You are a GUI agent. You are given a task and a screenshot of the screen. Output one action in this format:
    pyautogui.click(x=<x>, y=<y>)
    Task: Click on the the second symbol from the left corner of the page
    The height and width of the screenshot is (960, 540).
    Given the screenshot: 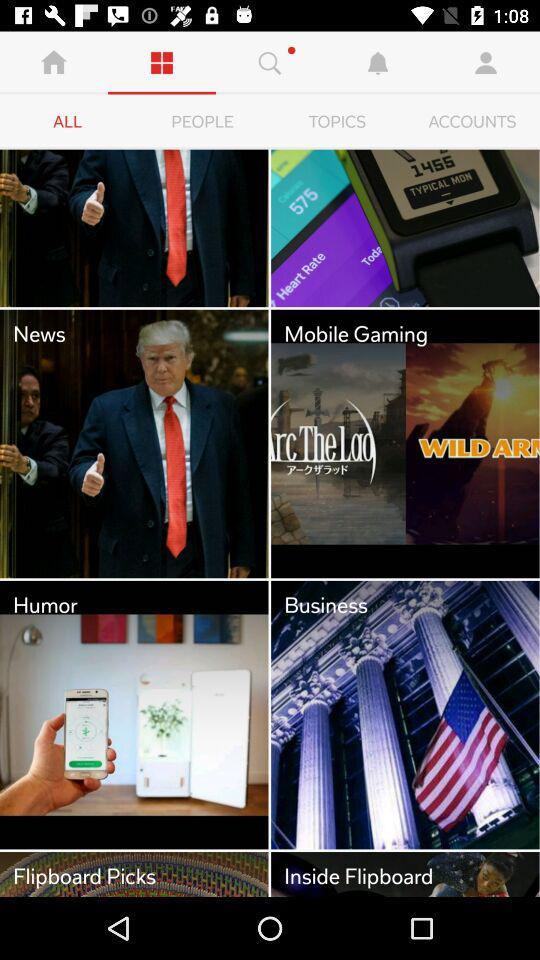 What is the action you would take?
    pyautogui.click(x=161, y=63)
    